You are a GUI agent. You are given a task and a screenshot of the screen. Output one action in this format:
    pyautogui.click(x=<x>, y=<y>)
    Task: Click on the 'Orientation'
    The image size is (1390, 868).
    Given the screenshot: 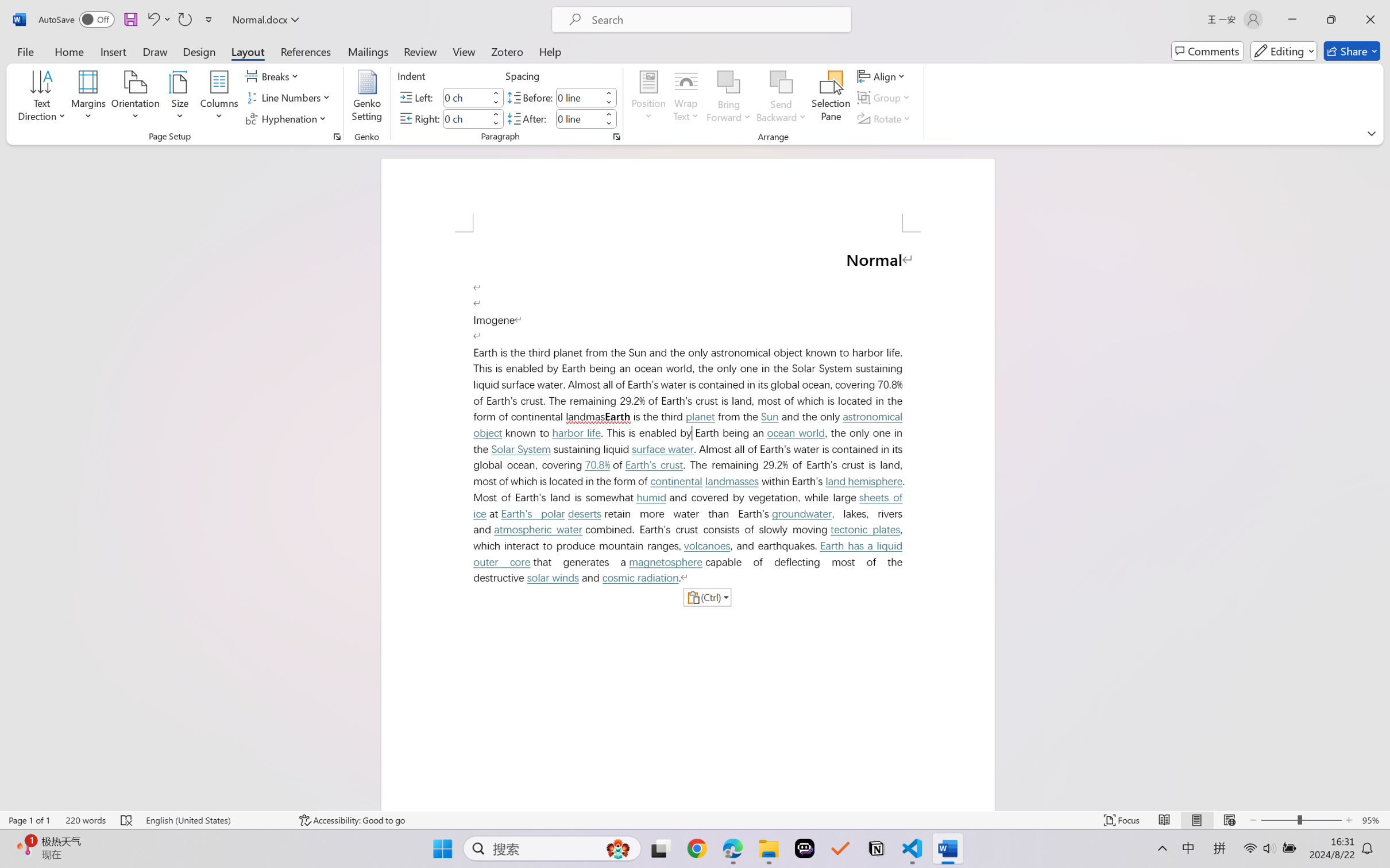 What is the action you would take?
    pyautogui.click(x=135, y=98)
    